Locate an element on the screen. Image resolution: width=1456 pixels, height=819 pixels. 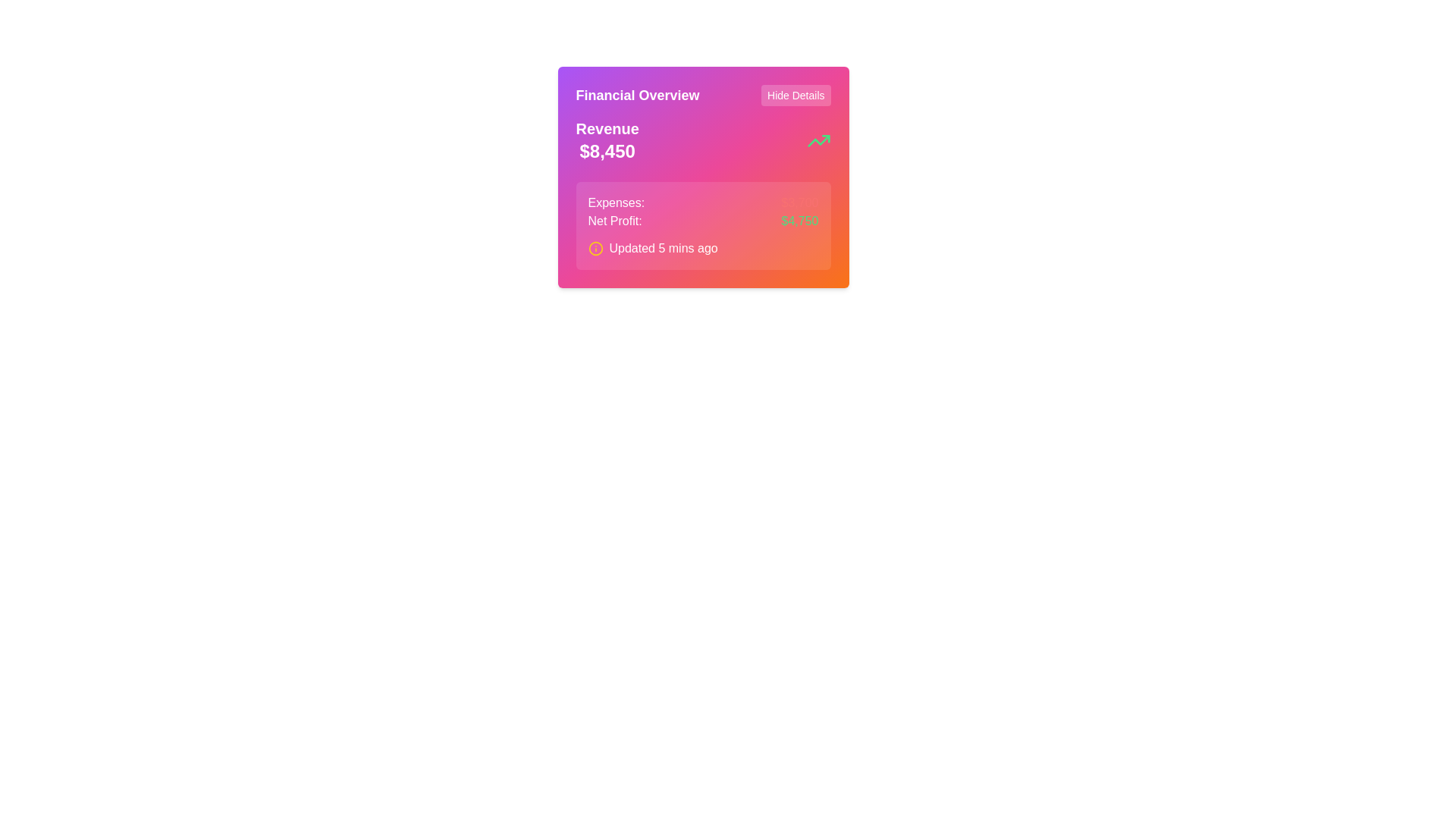
the upward-trending green line graph icon located in the upper-right corner of the financial summary card is located at coordinates (817, 140).